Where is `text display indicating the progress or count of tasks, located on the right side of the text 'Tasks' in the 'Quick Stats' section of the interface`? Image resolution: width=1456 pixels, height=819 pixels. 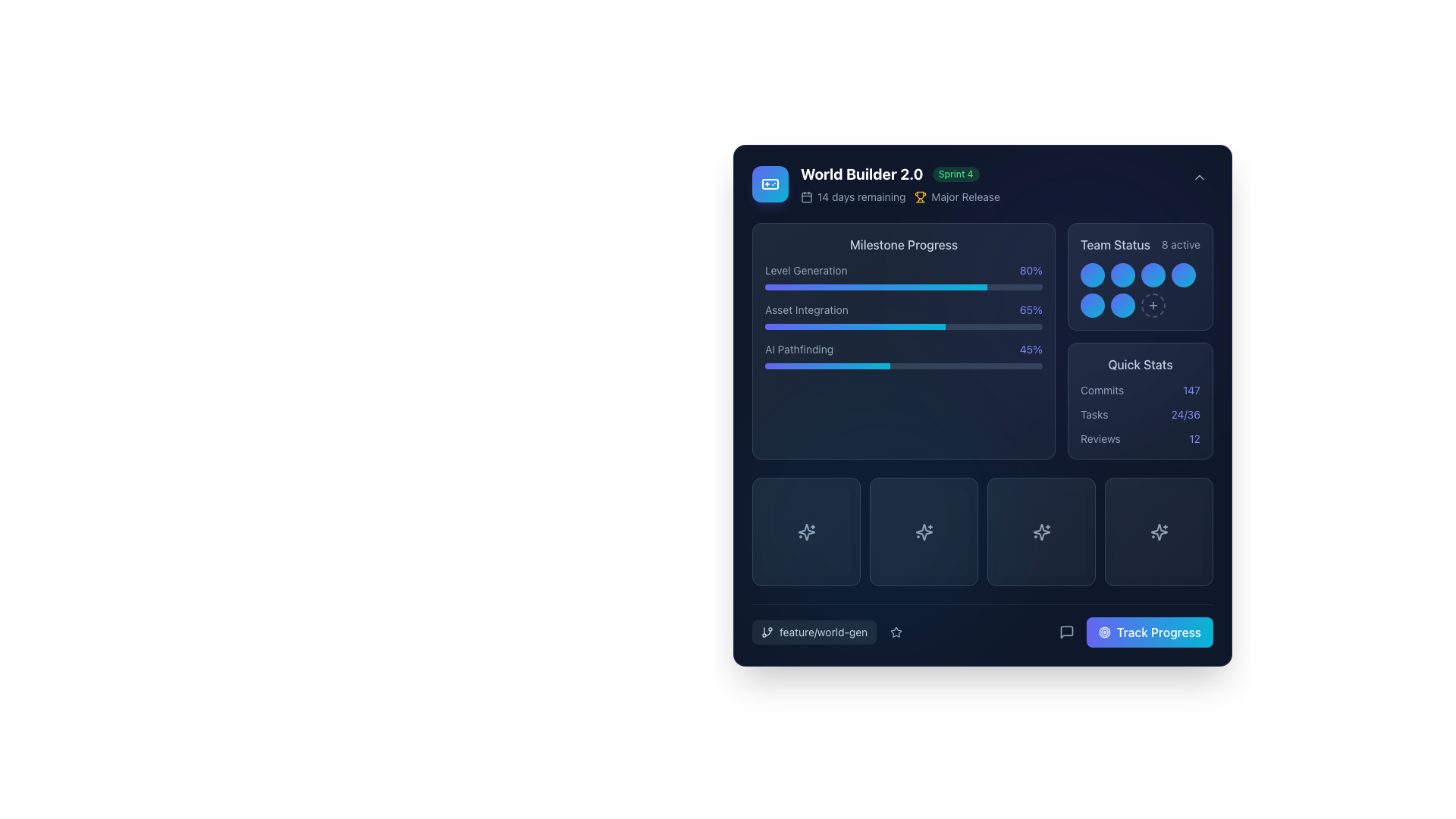 text display indicating the progress or count of tasks, located on the right side of the text 'Tasks' in the 'Quick Stats' section of the interface is located at coordinates (1185, 415).